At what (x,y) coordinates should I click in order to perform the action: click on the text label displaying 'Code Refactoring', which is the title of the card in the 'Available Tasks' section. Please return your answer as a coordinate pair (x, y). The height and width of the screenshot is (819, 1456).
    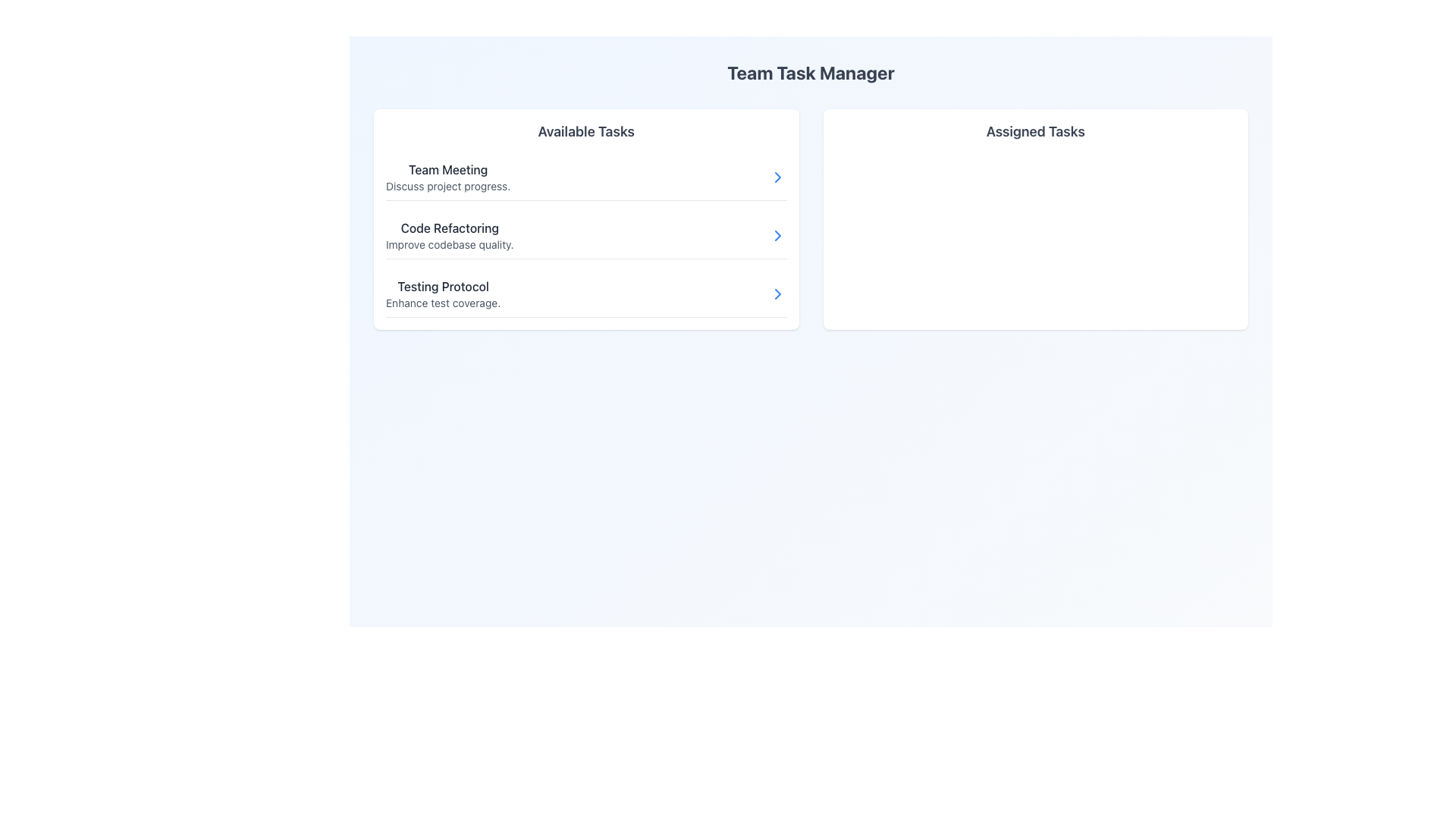
    Looking at the image, I should click on (449, 227).